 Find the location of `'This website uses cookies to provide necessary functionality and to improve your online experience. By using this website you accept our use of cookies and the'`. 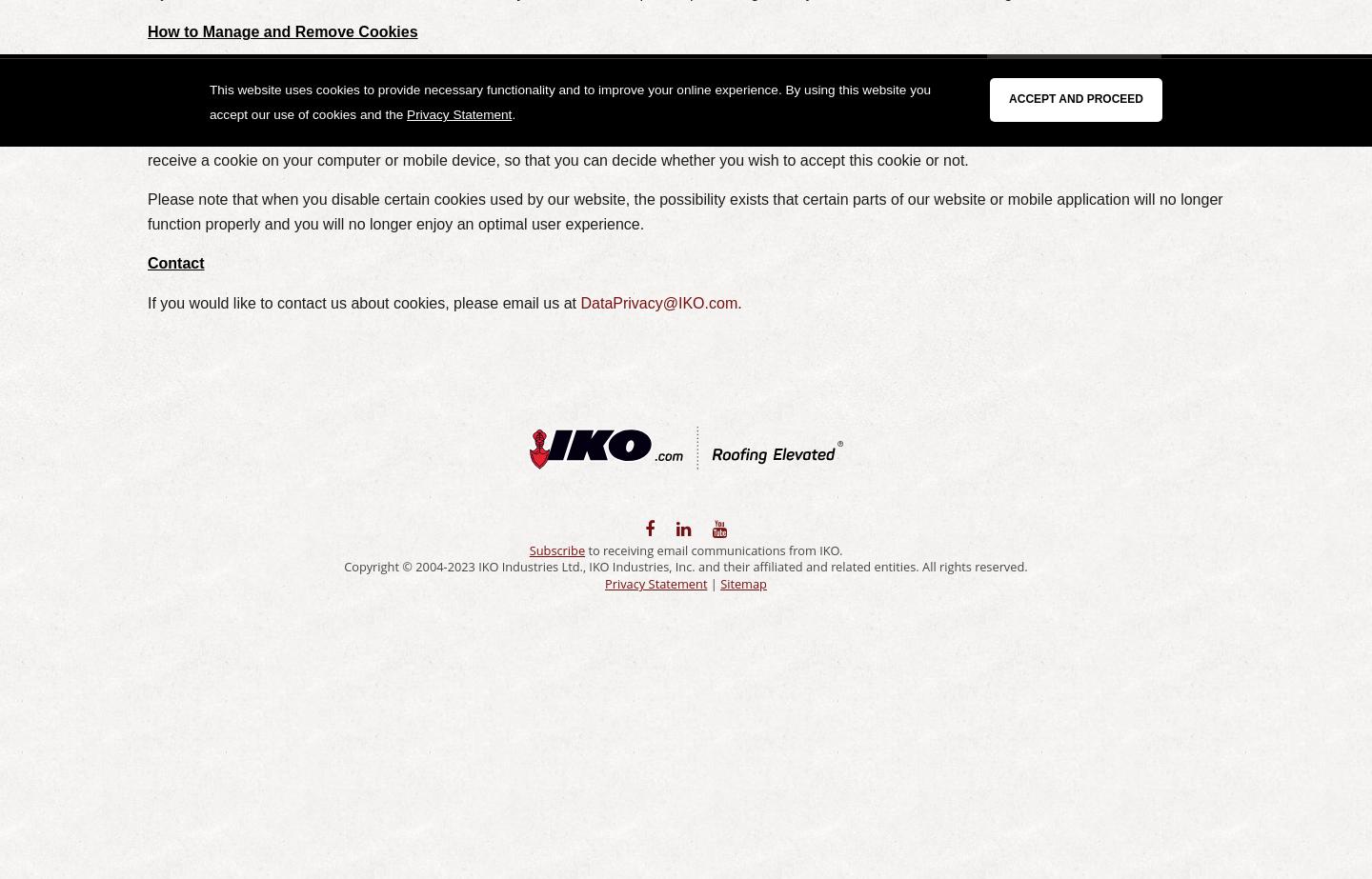

'This website uses cookies to provide necessary functionality and to improve your online experience. By using this website you accept our use of cookies and the' is located at coordinates (570, 102).